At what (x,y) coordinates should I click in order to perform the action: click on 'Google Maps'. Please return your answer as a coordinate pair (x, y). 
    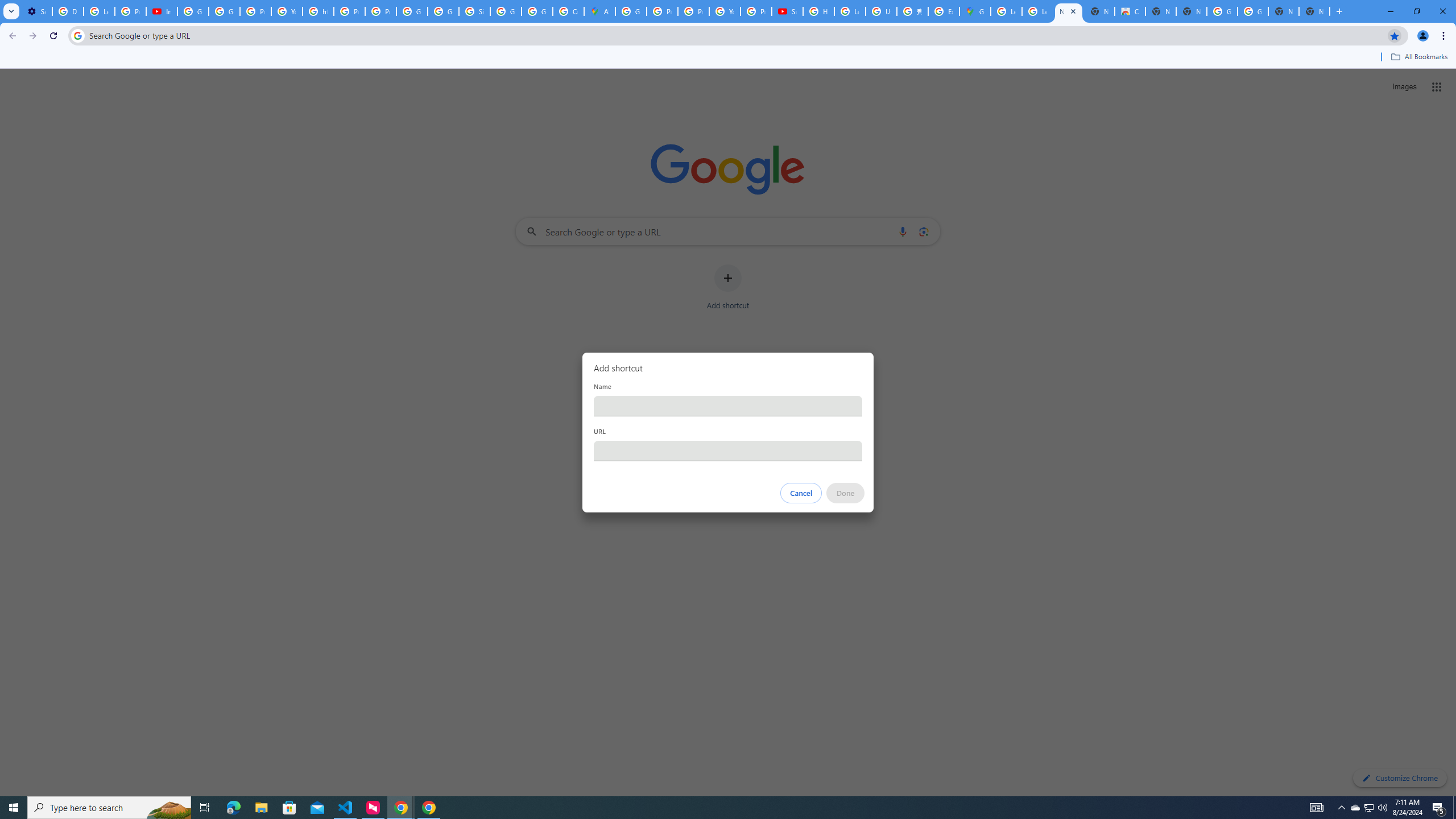
    Looking at the image, I should click on (974, 11).